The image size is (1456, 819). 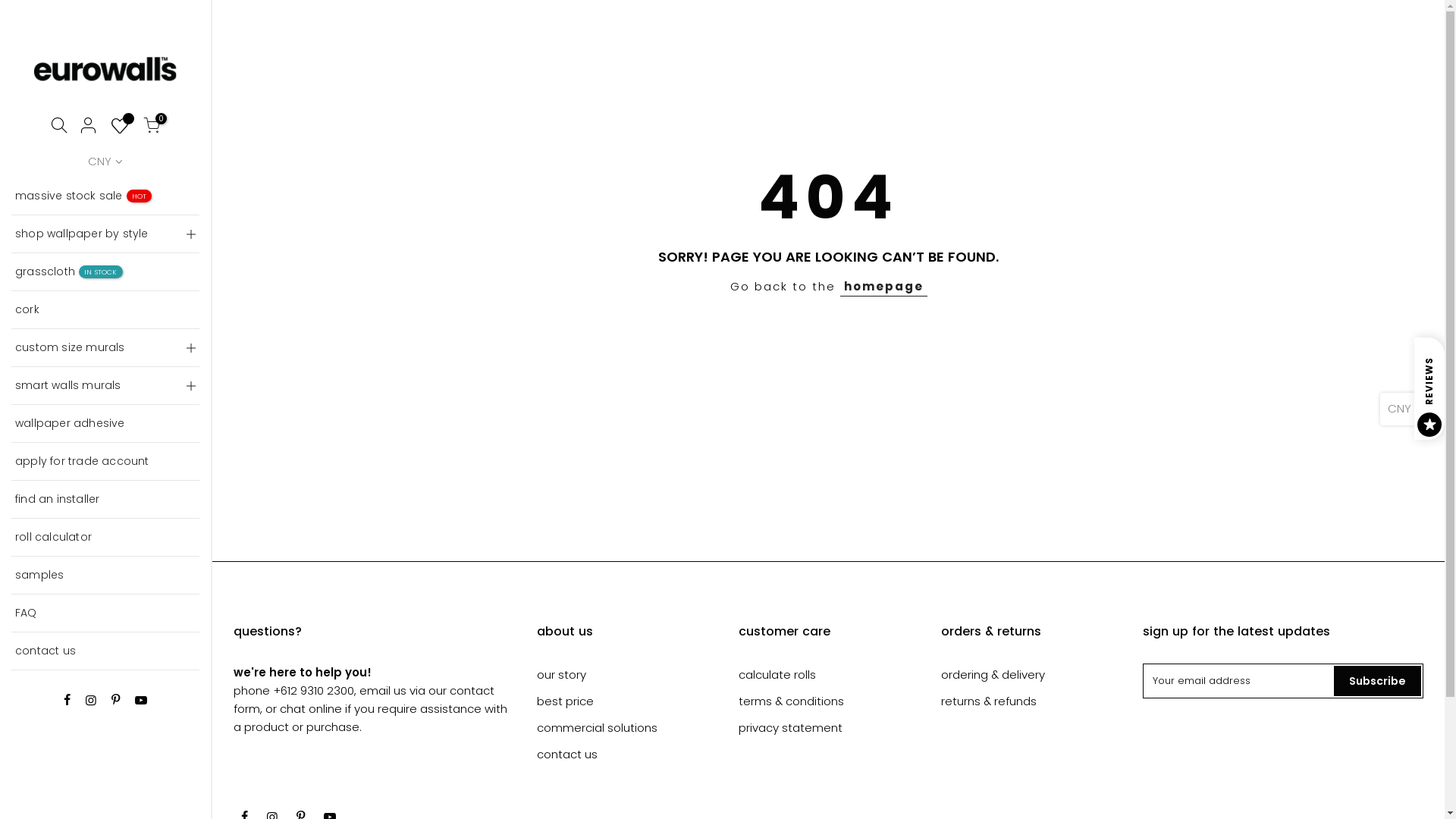 What do you see at coordinates (883, 287) in the screenshot?
I see `'homepage'` at bounding box center [883, 287].